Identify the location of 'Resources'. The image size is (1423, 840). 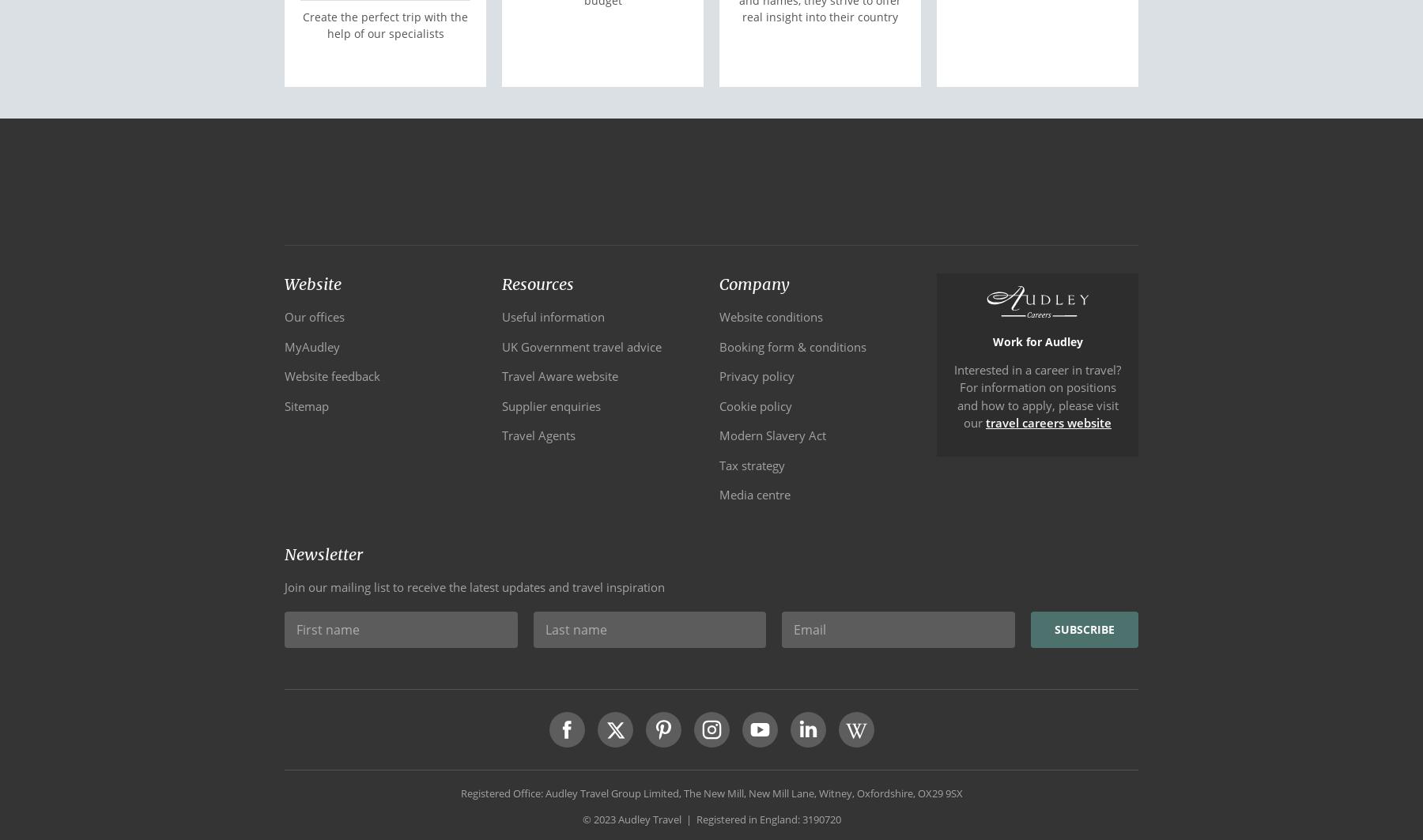
(537, 284).